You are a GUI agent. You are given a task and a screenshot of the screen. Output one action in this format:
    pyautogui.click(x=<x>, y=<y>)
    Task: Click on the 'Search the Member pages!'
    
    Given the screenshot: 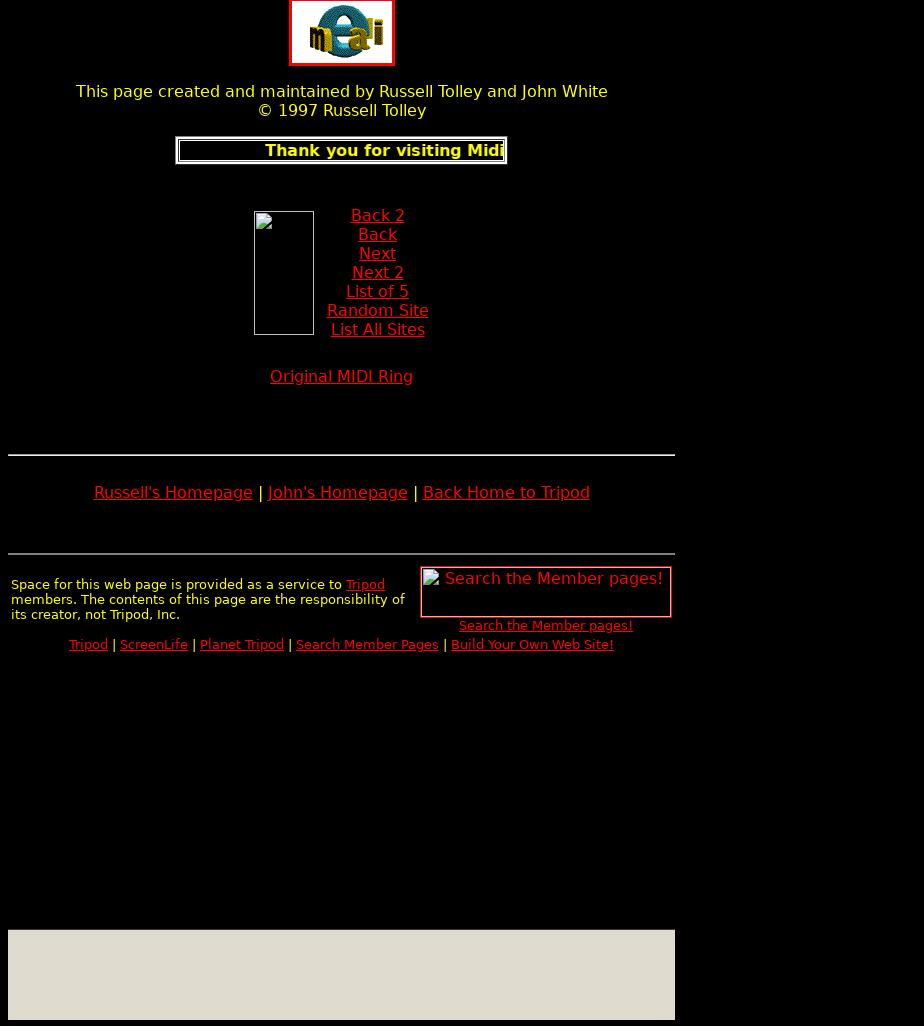 What is the action you would take?
    pyautogui.click(x=545, y=625)
    